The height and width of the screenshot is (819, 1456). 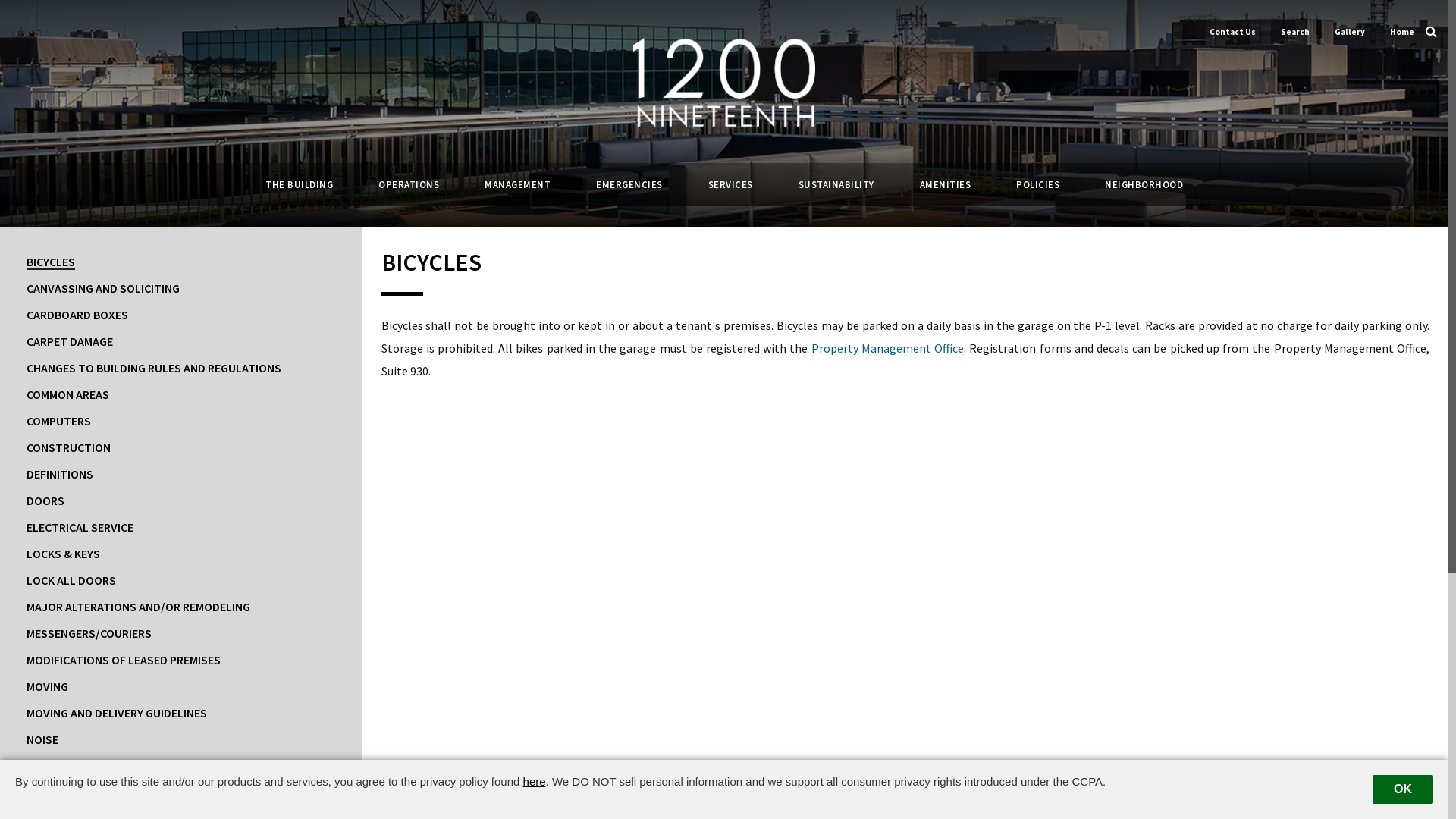 I want to click on 'here', so click(x=535, y=781).